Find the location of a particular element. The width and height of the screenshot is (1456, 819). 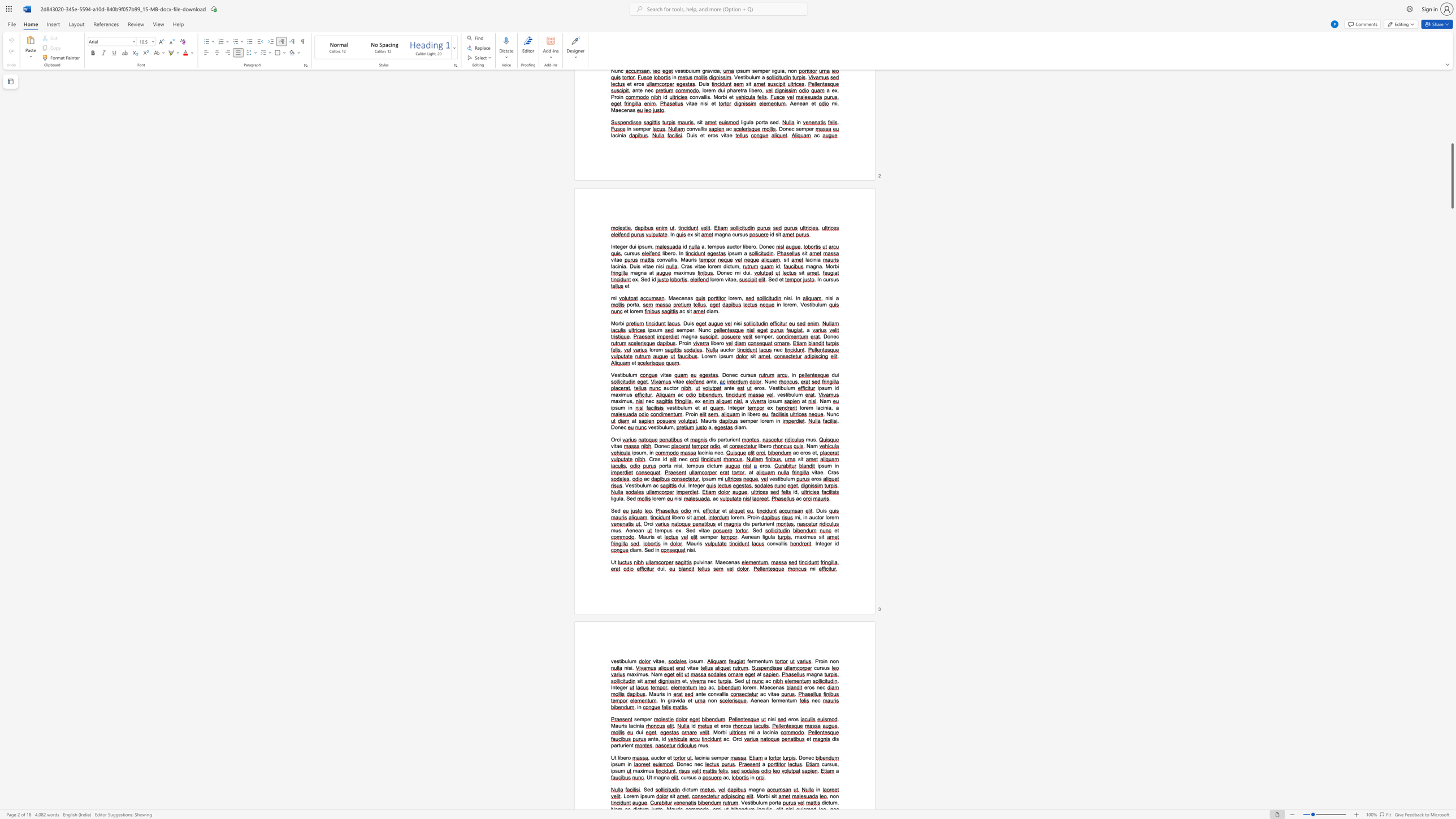

the space between the continuous character "i" and "b" in the text is located at coordinates (674, 517).